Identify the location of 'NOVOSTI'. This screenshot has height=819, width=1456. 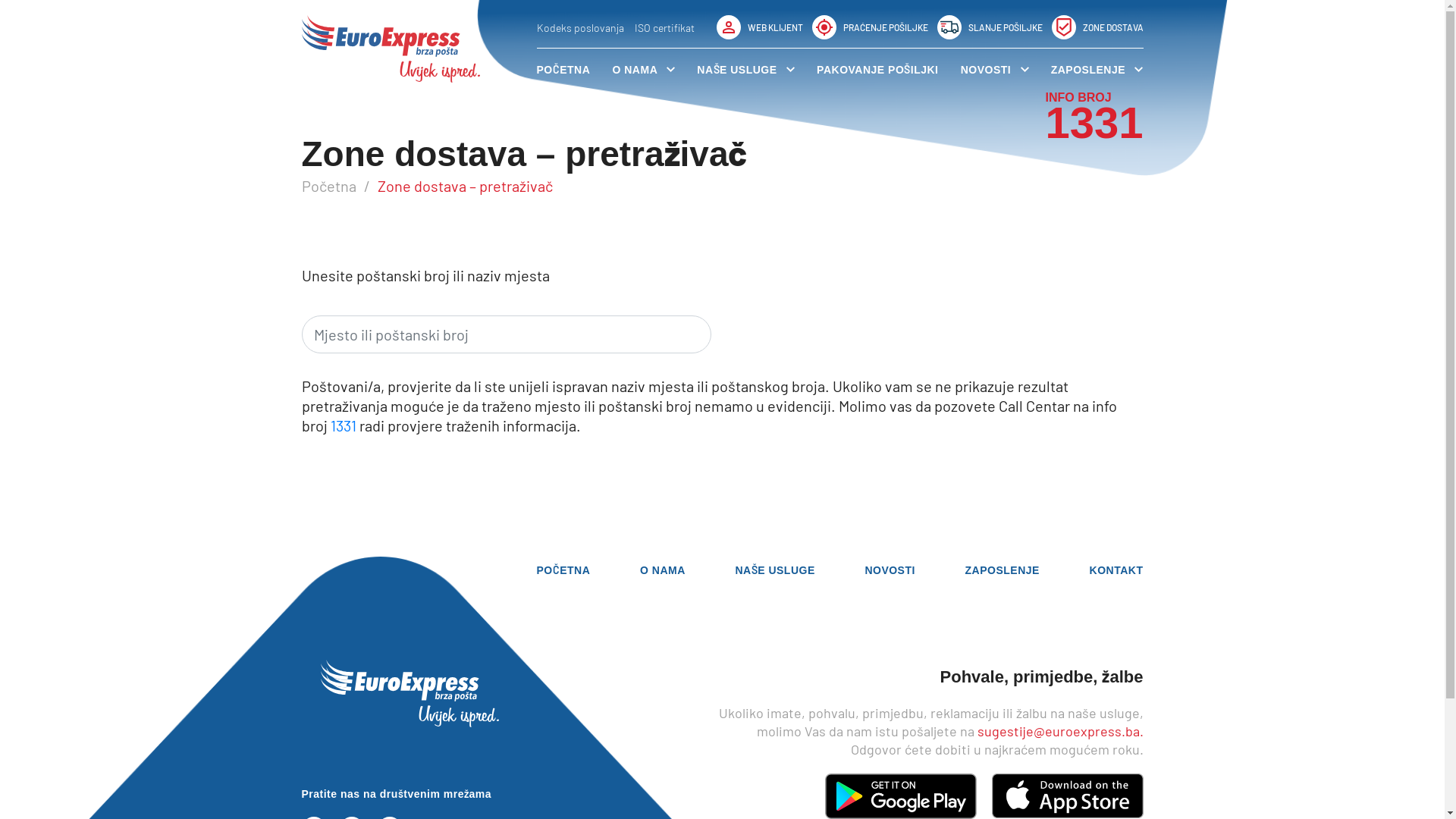
(994, 70).